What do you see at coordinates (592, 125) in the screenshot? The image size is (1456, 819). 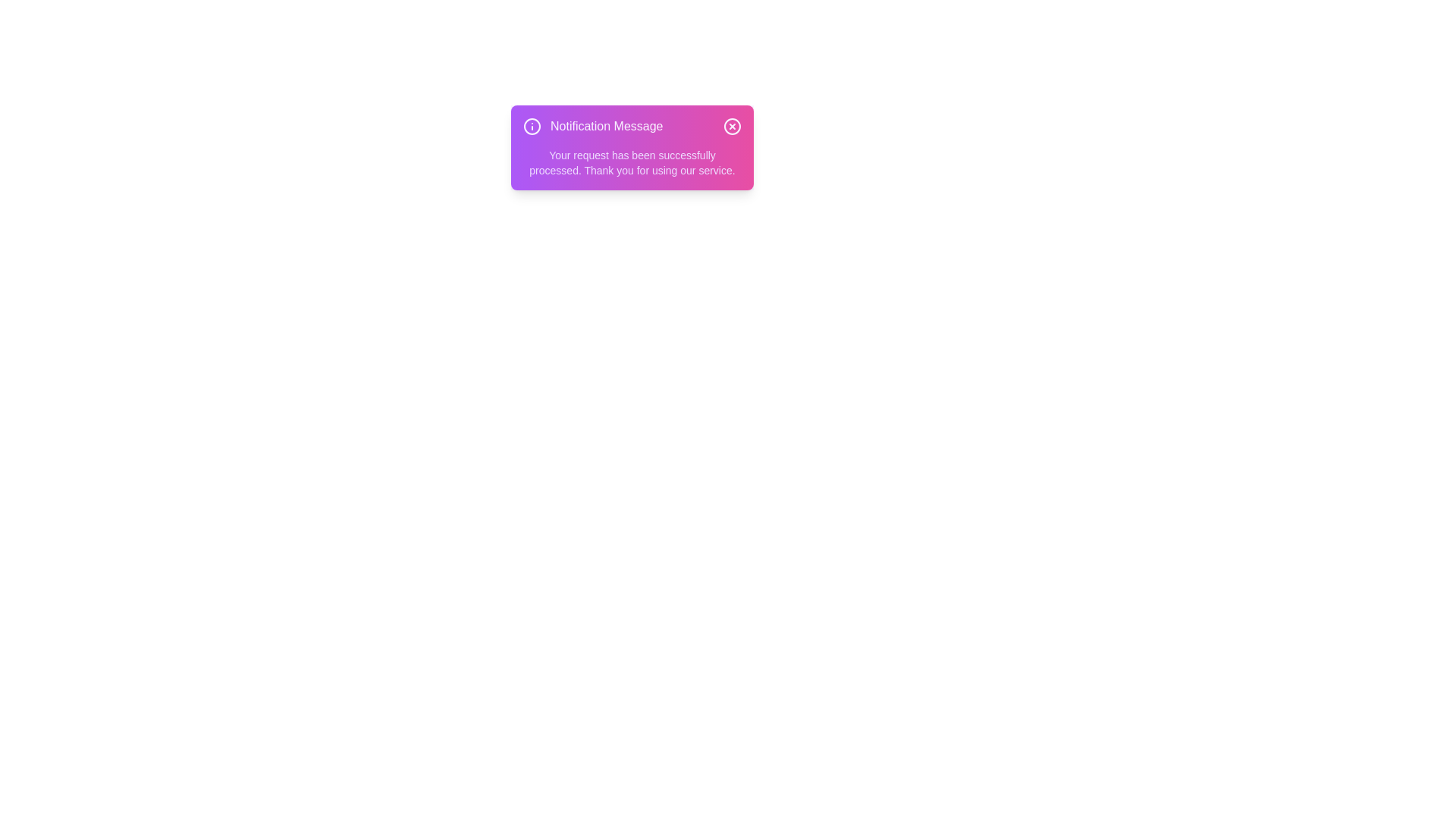 I see `the 'Notification Message' text label with the accompanying informational icon, which is displayed in a bold white font on a gradient-colored background` at bounding box center [592, 125].